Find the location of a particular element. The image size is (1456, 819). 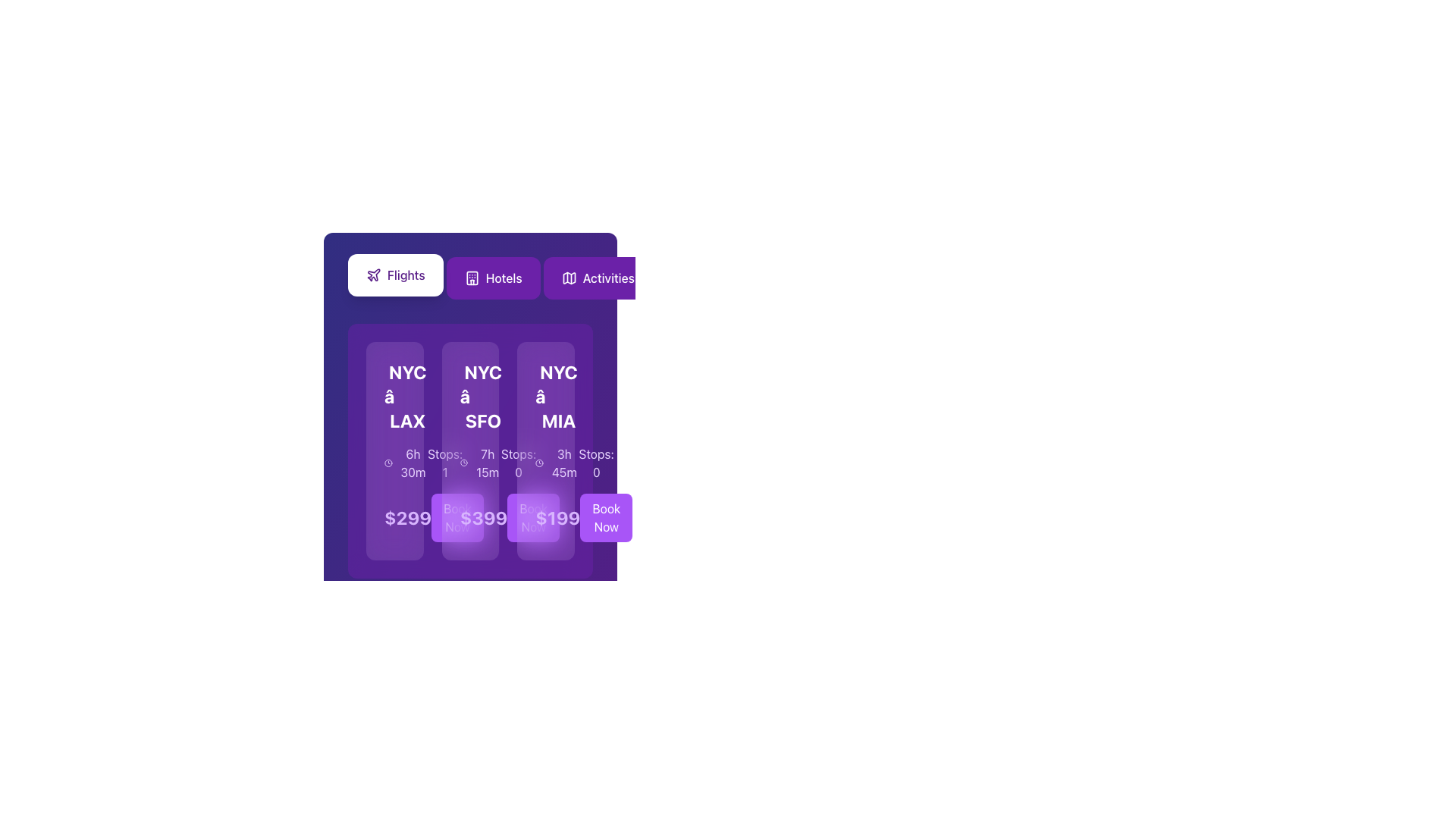

information displayed in the text label that conveys the total duration of the NYC to LAX flight, located below the clock icon in the flight details section is located at coordinates (413, 462).